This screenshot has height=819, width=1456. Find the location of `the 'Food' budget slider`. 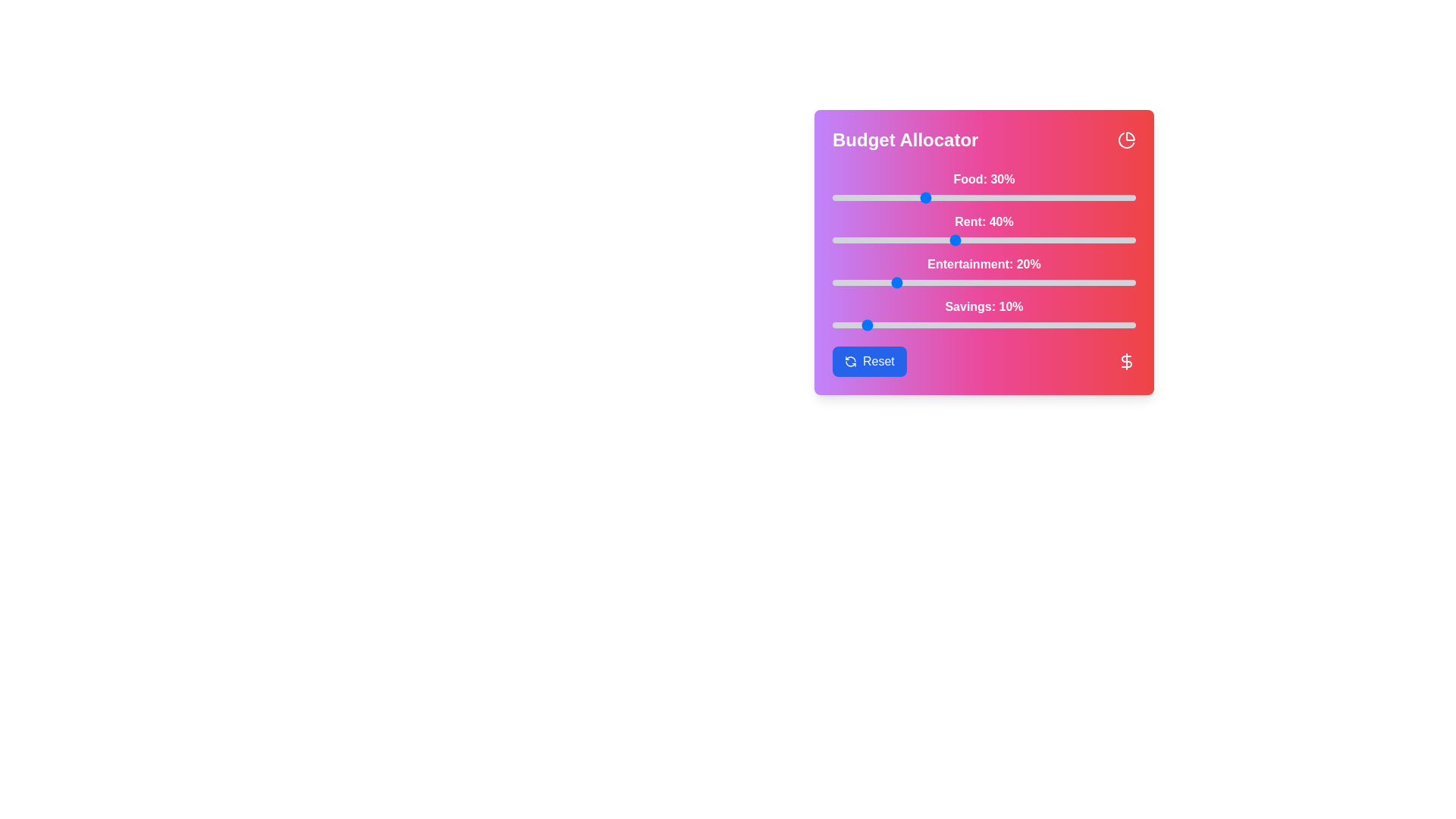

the 'Food' budget slider is located at coordinates (1077, 197).